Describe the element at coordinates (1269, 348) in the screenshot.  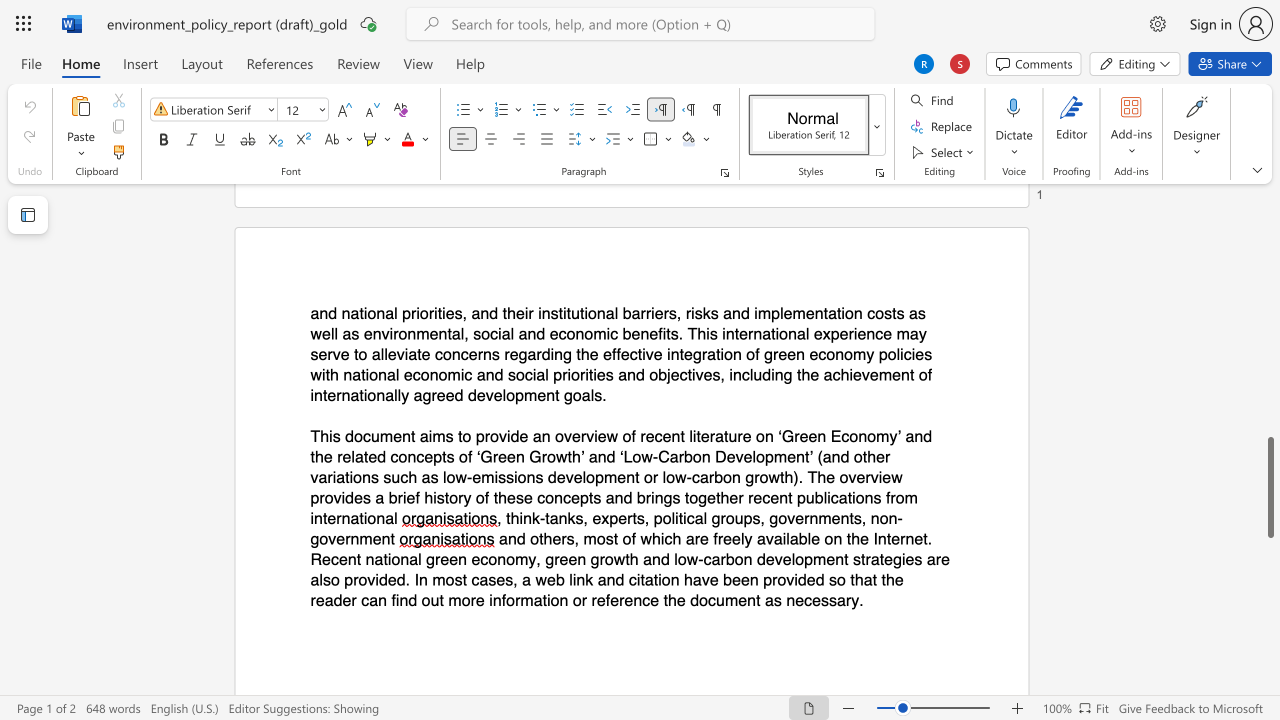
I see `the scrollbar to move the view up` at that location.